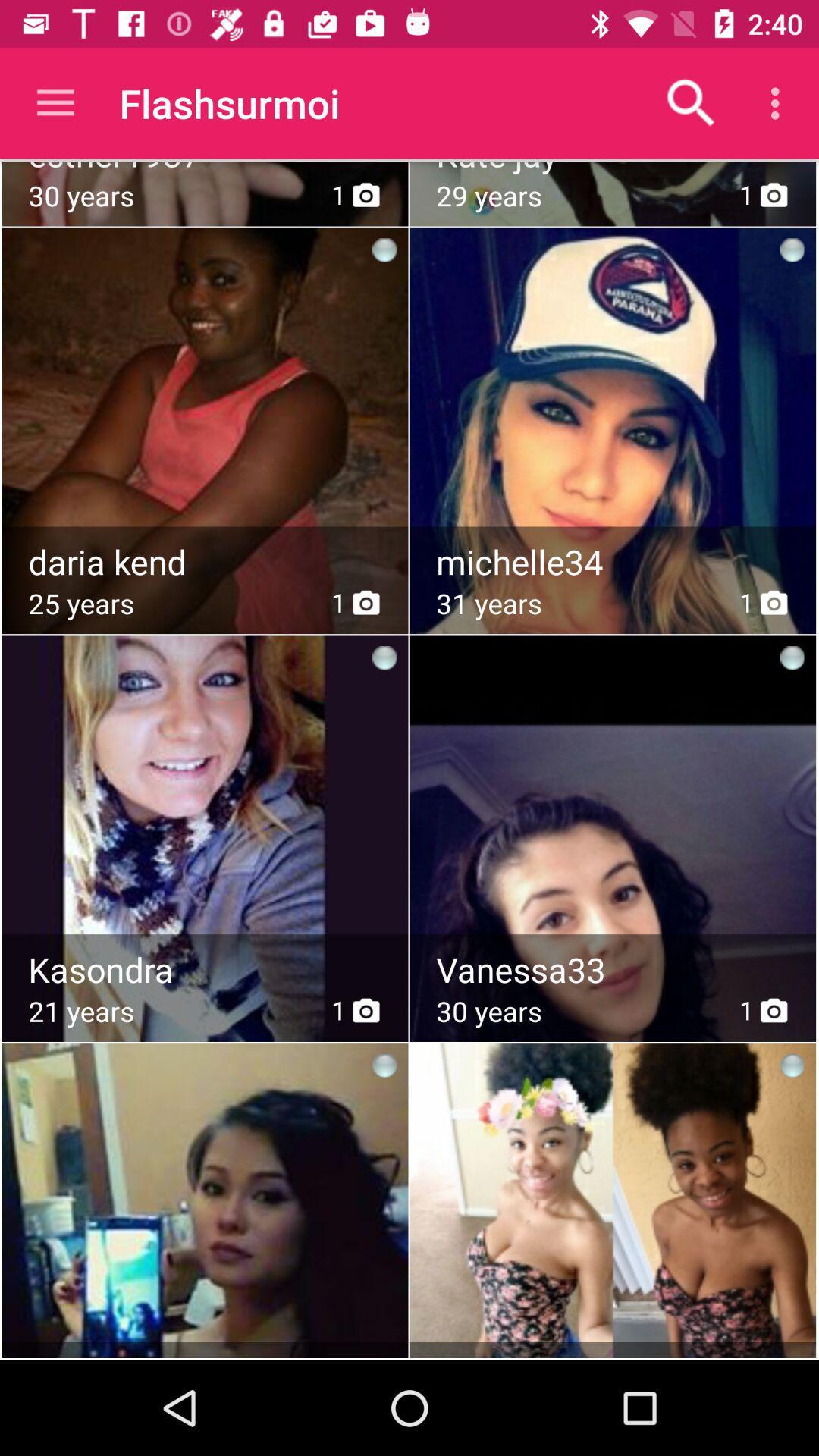  Describe the element at coordinates (614, 561) in the screenshot. I see `open michelle34 profile` at that location.